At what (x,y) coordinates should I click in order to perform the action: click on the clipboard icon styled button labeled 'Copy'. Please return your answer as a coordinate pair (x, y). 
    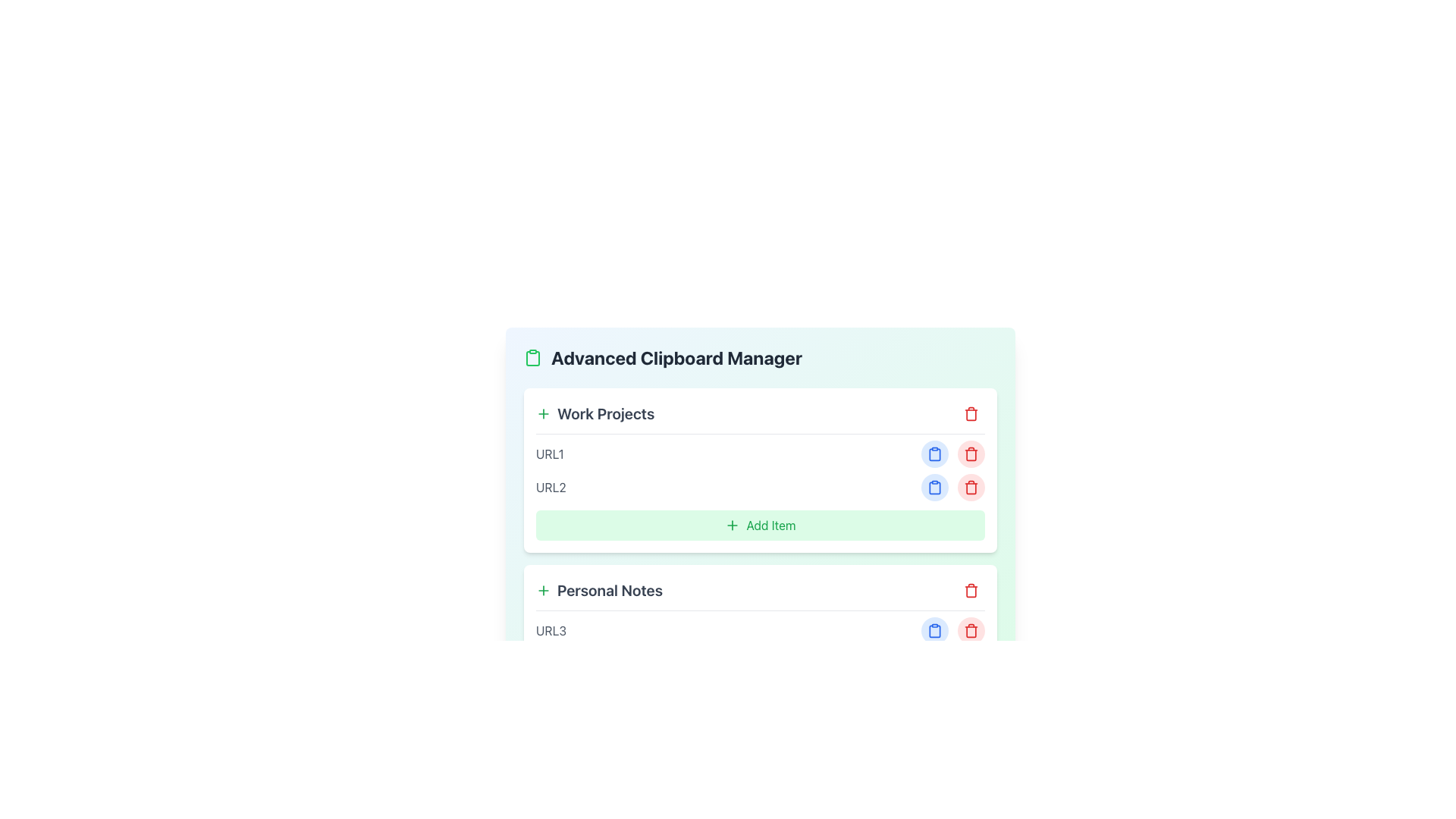
    Looking at the image, I should click on (934, 453).